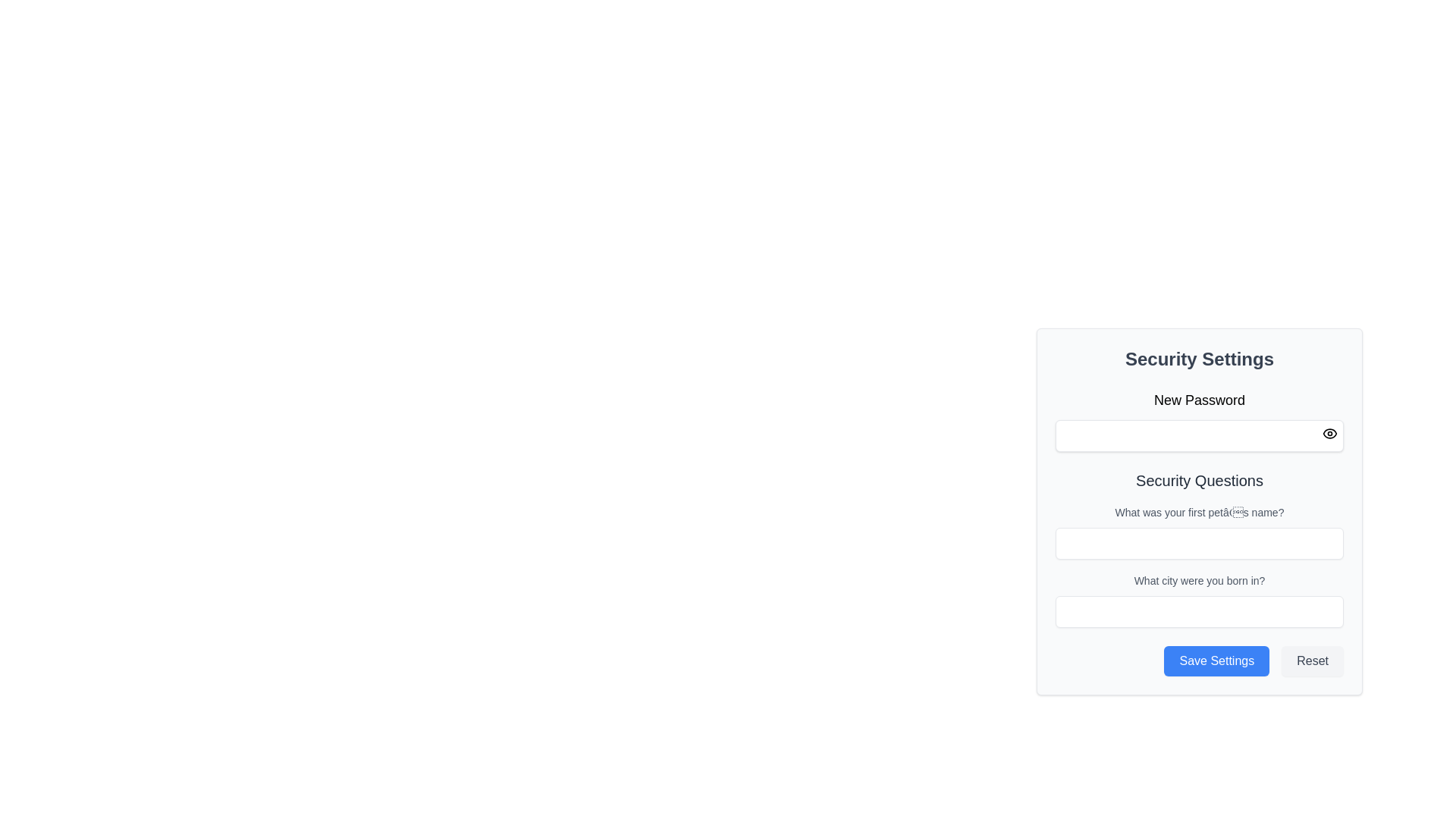  I want to click on the text label indicating the purpose of the adjacent password input field in the 'Security Settings' section, so click(1199, 400).